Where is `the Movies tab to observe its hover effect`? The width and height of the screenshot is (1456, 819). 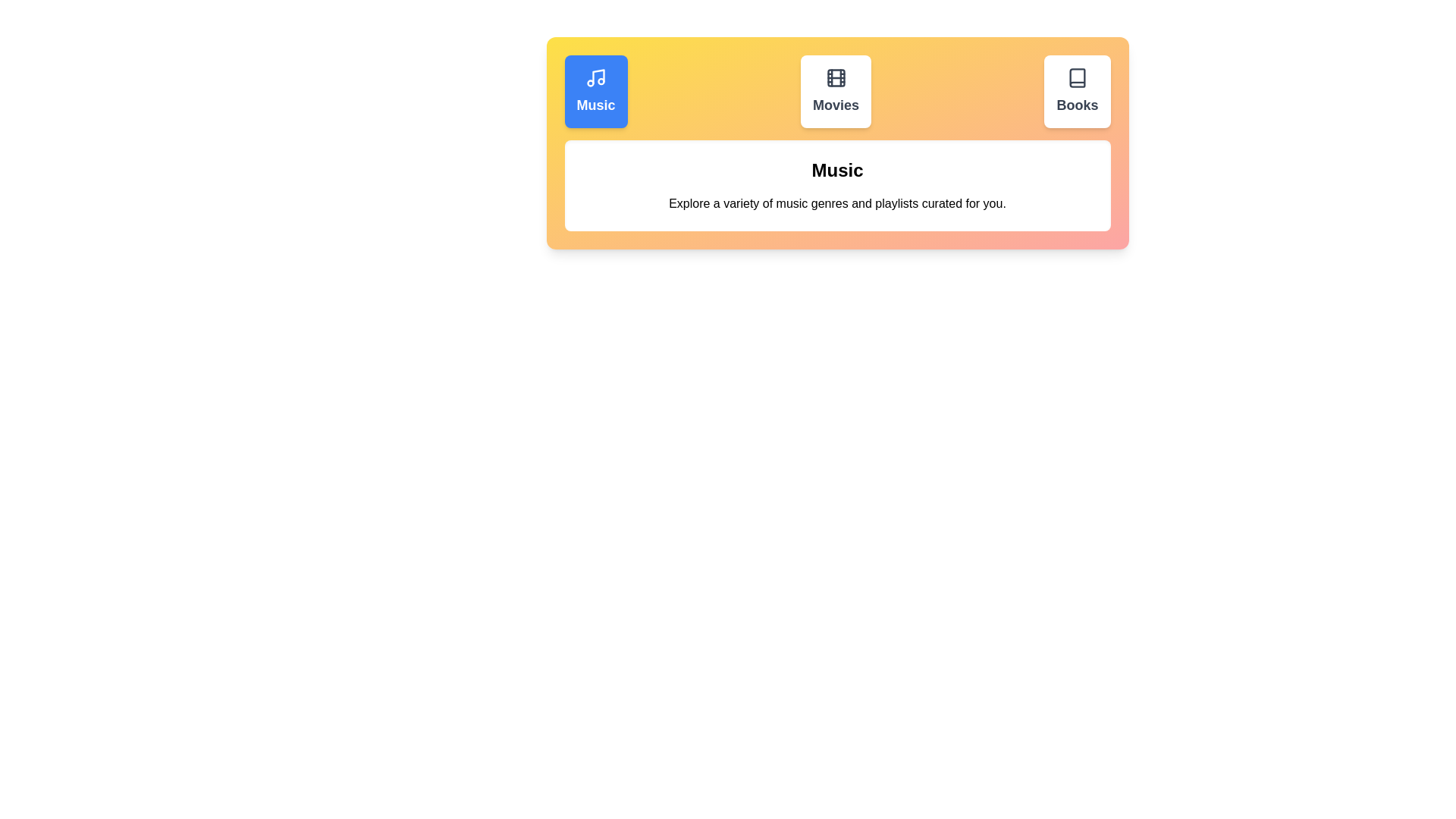 the Movies tab to observe its hover effect is located at coordinates (835, 91).